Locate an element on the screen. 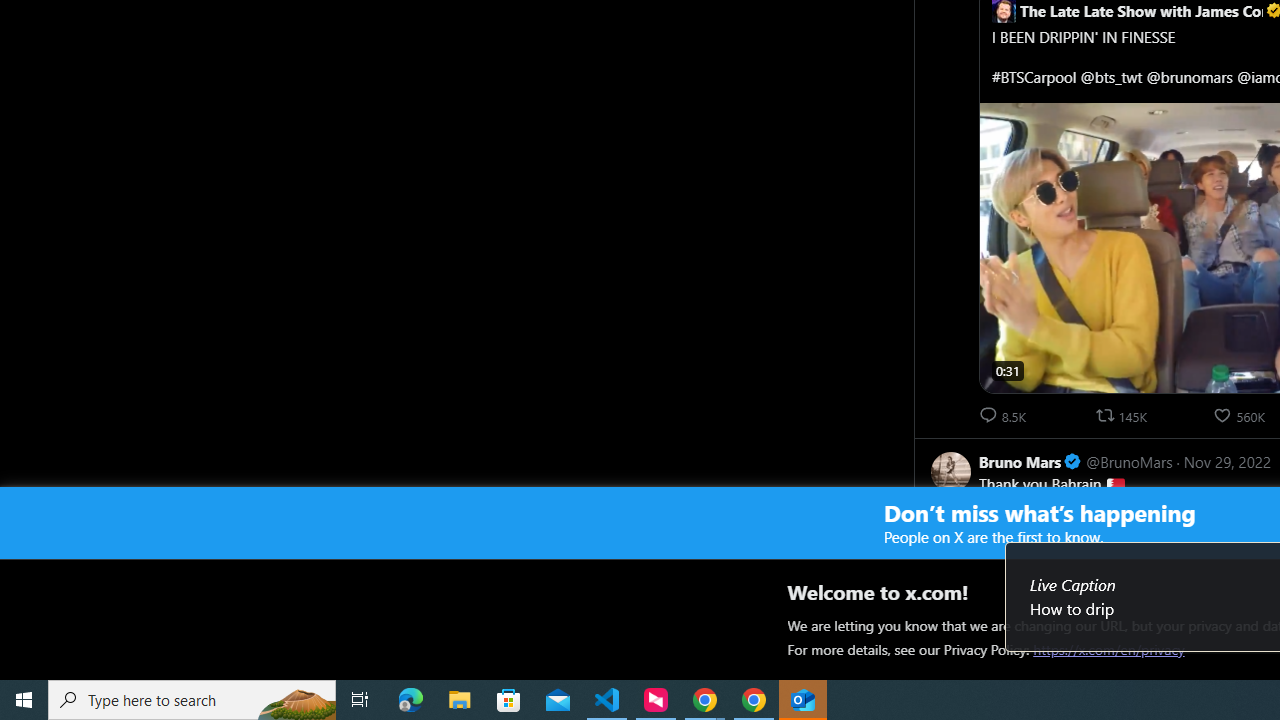 Image resolution: width=1280 pixels, height=720 pixels. '@BrunoMars' is located at coordinates (1128, 461).